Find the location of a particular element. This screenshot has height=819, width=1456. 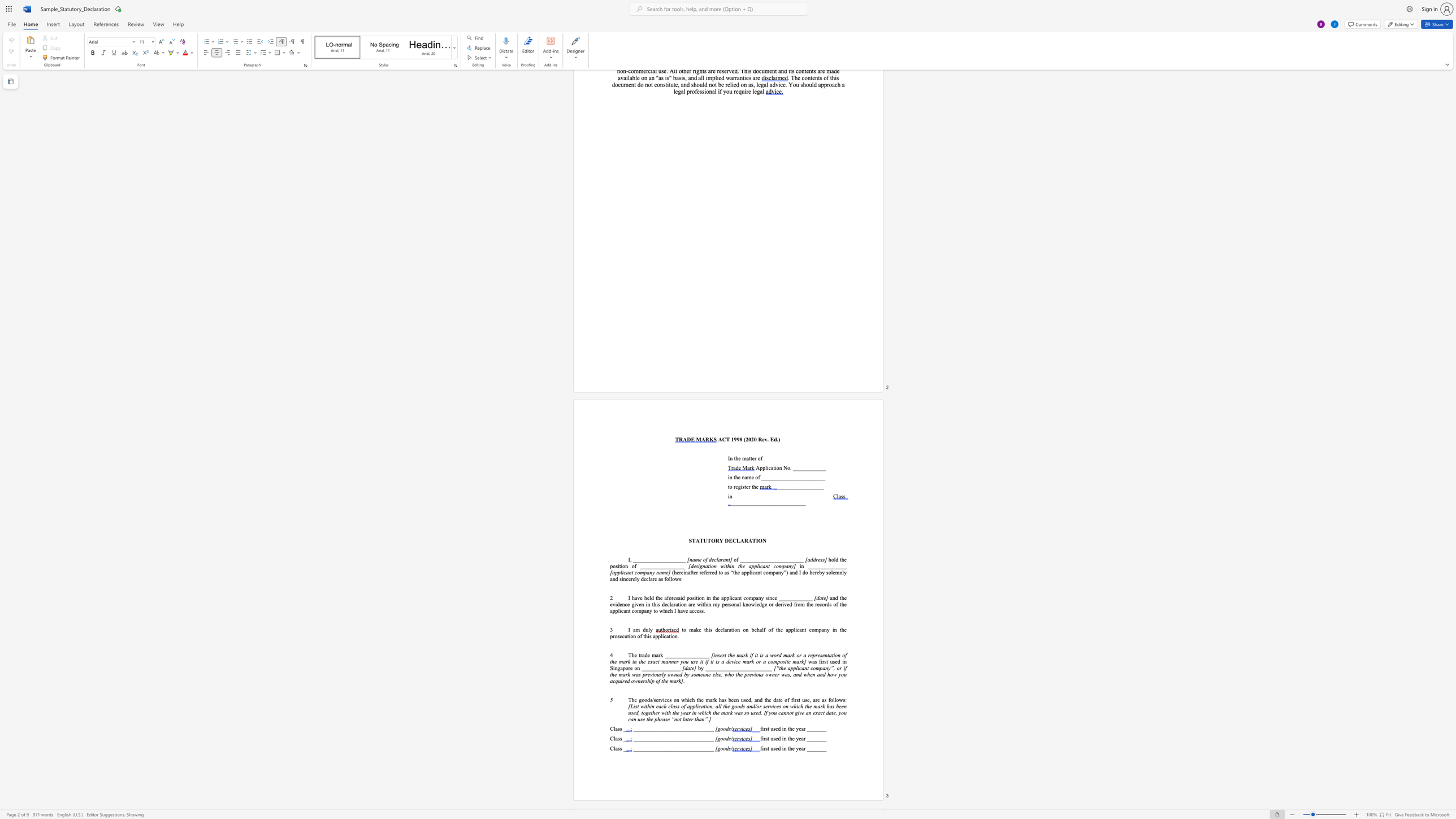

the subset text "TO" within the text "STATUTORY DECLARATION" is located at coordinates (707, 540).